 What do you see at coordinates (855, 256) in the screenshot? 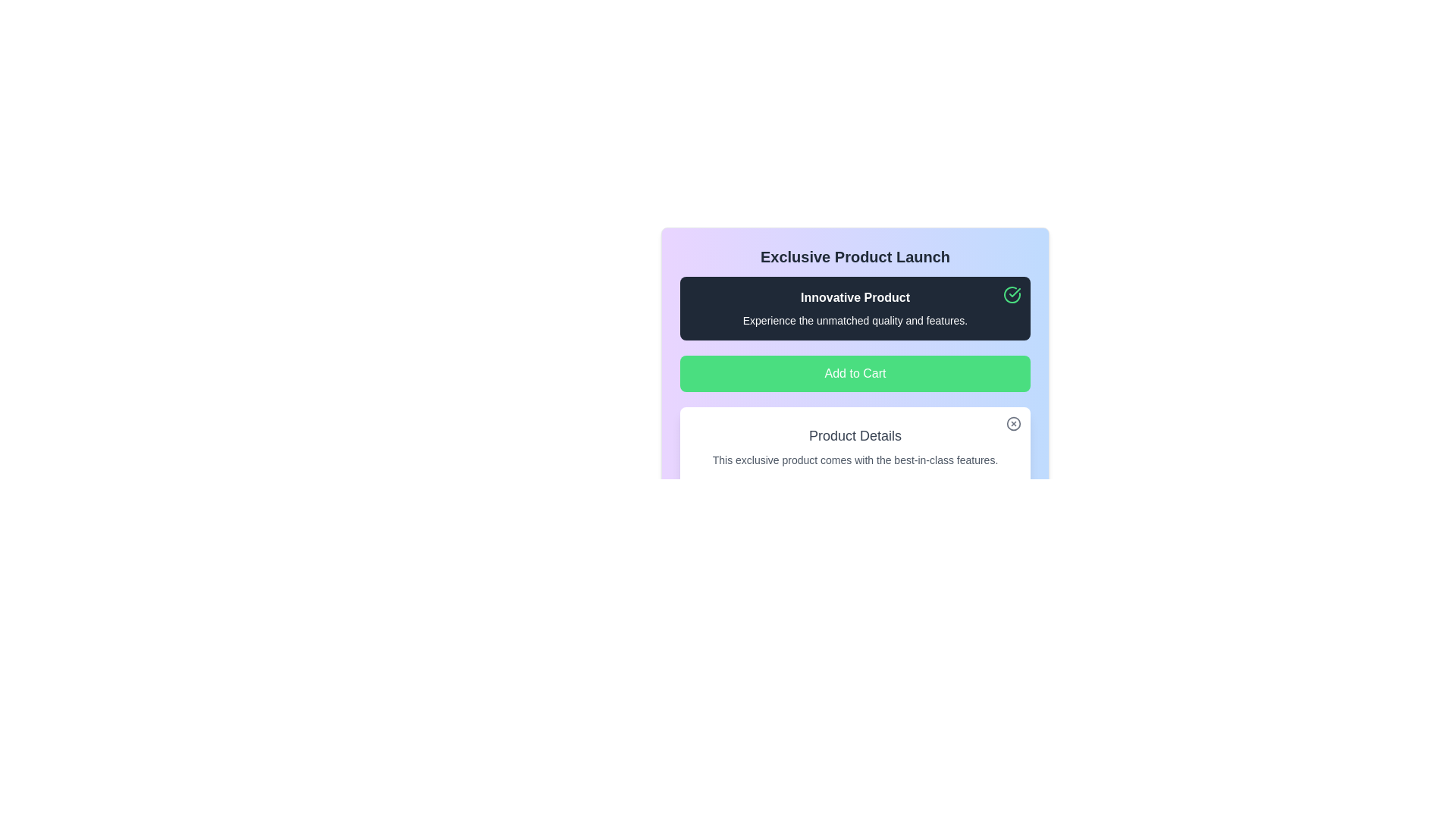
I see `header text element displaying 'Exclusive Product Launch', which is centrally aligned at the top of the card section with a gradient background` at bounding box center [855, 256].